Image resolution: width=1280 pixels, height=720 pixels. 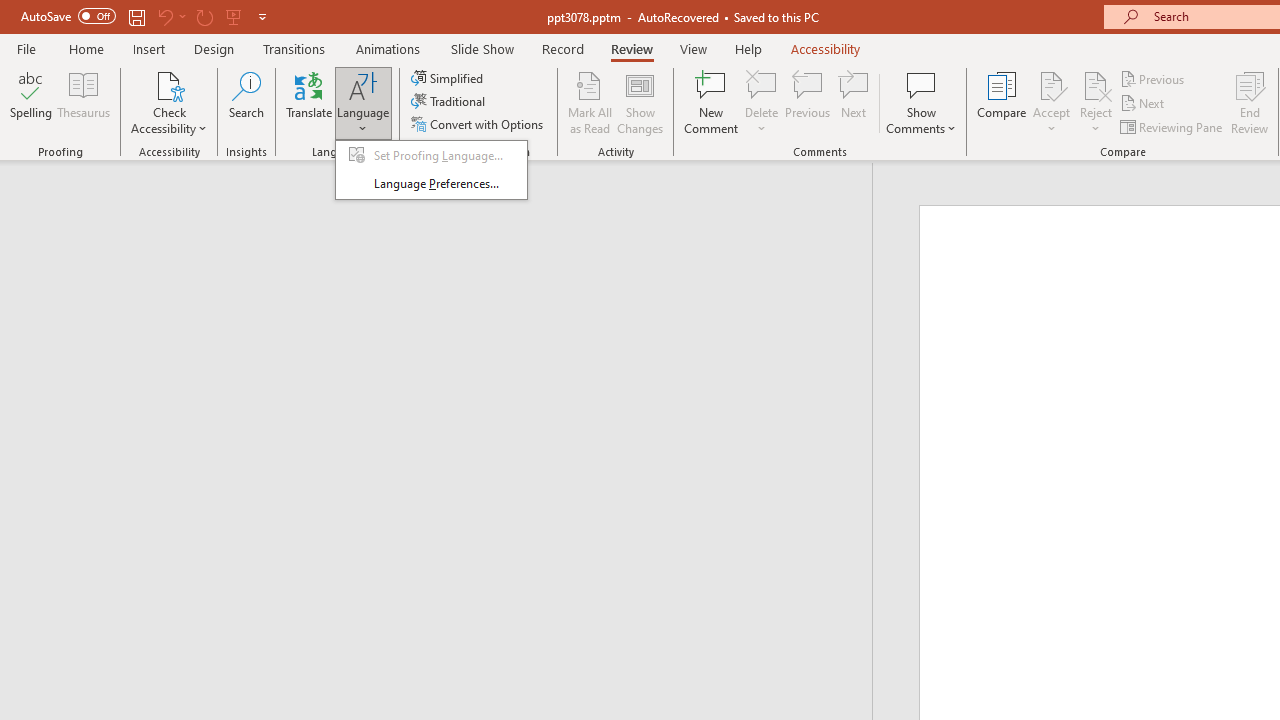 What do you see at coordinates (761, 84) in the screenshot?
I see `'Delete'` at bounding box center [761, 84].